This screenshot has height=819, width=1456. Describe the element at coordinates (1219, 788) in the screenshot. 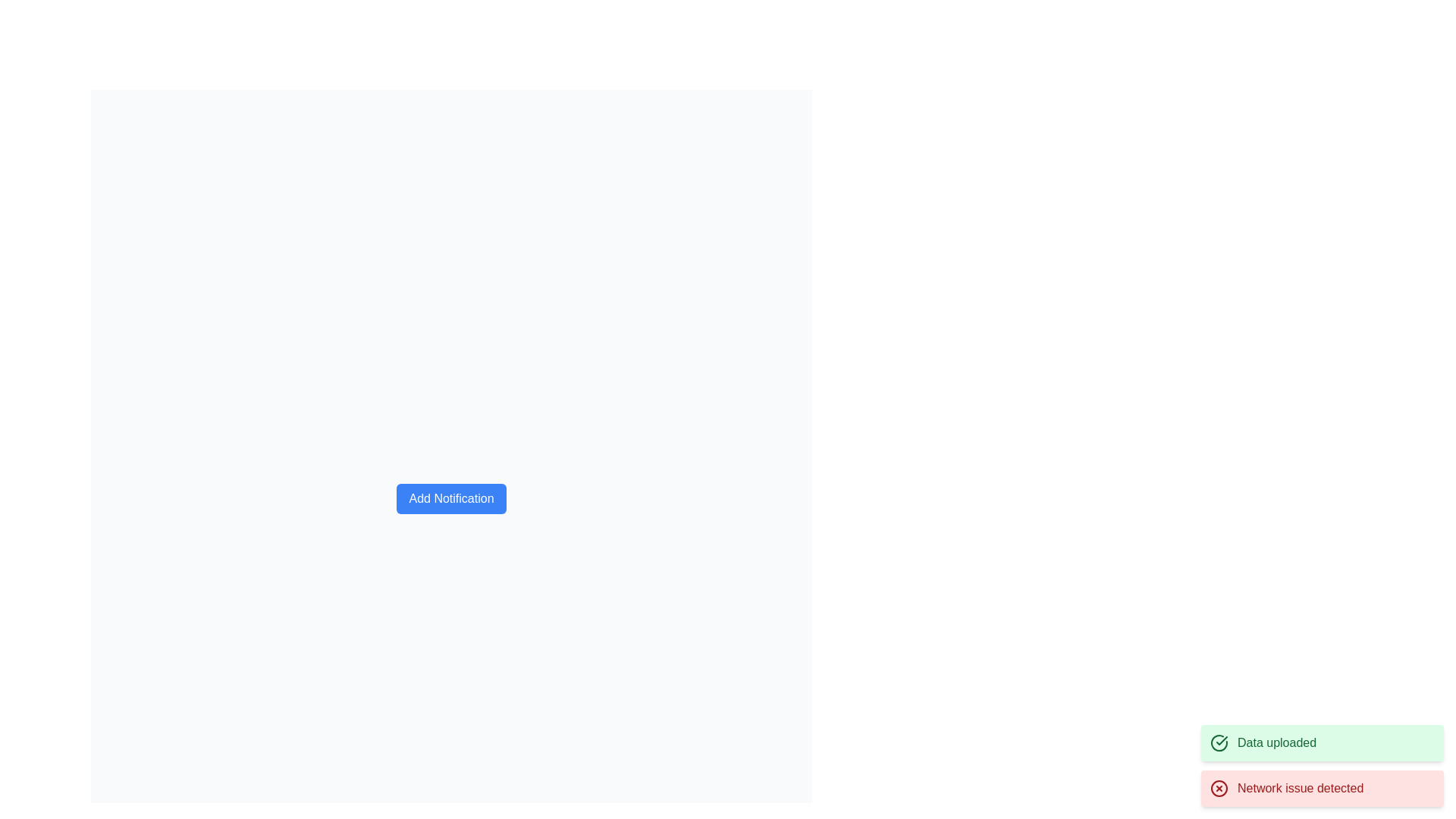

I see `the circular graphical shape that is part of the 'X' icon indicating a network issue` at that location.